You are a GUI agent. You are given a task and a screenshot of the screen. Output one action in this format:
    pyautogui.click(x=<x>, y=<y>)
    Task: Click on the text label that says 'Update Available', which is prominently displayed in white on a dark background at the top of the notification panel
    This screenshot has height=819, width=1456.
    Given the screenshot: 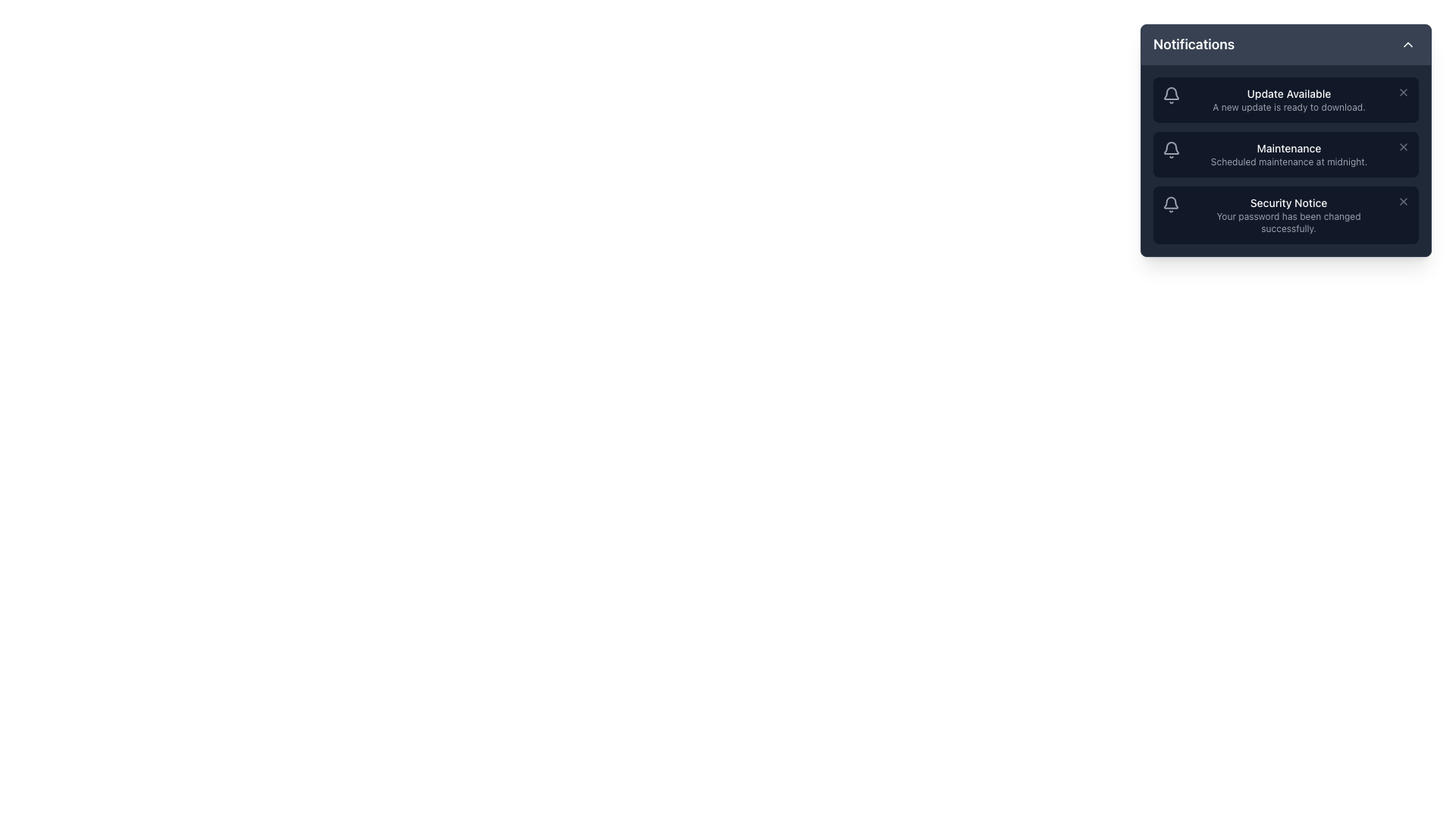 What is the action you would take?
    pyautogui.click(x=1288, y=93)
    